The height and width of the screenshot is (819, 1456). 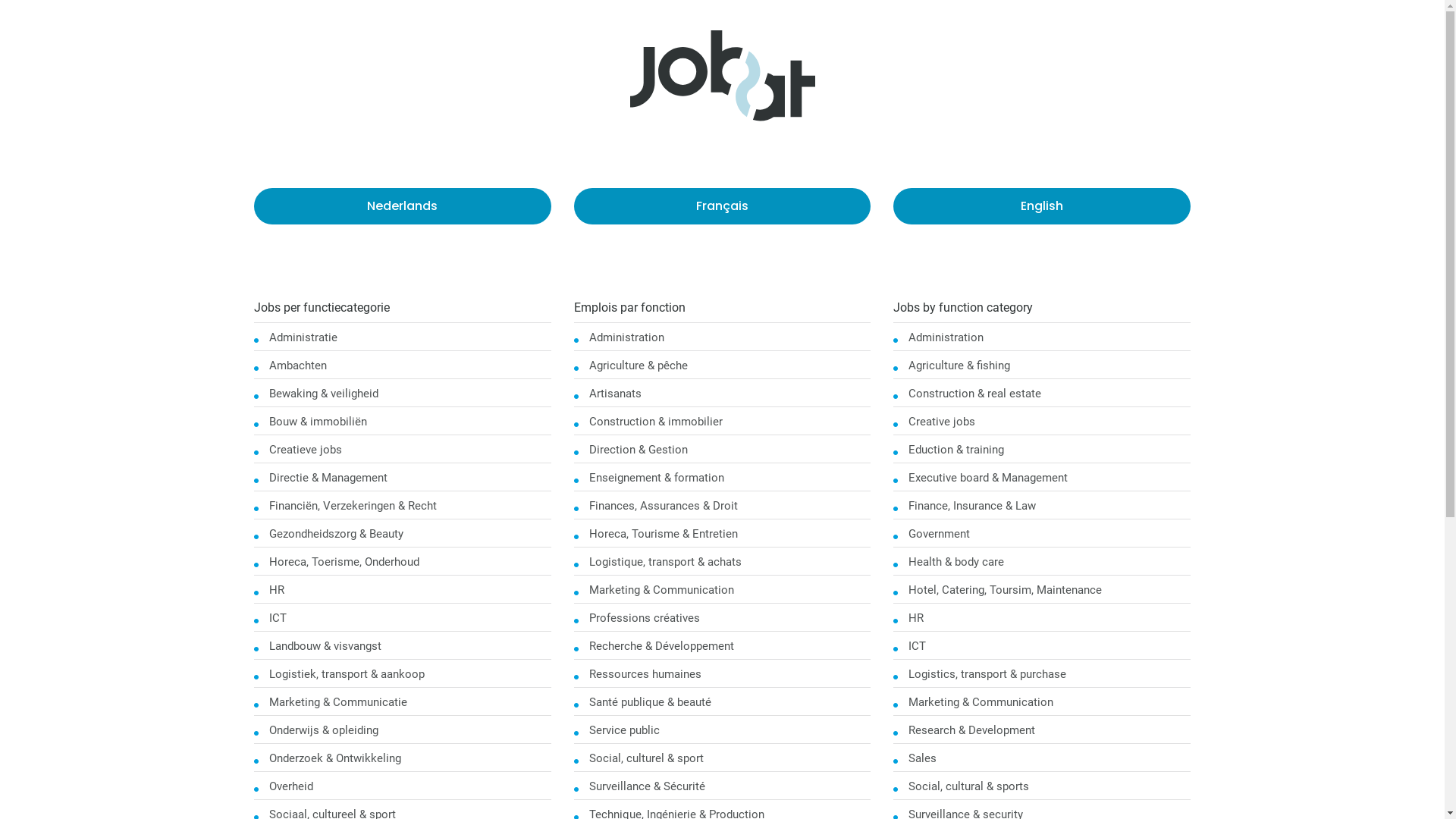 What do you see at coordinates (941, 421) in the screenshot?
I see `'Creative jobs'` at bounding box center [941, 421].